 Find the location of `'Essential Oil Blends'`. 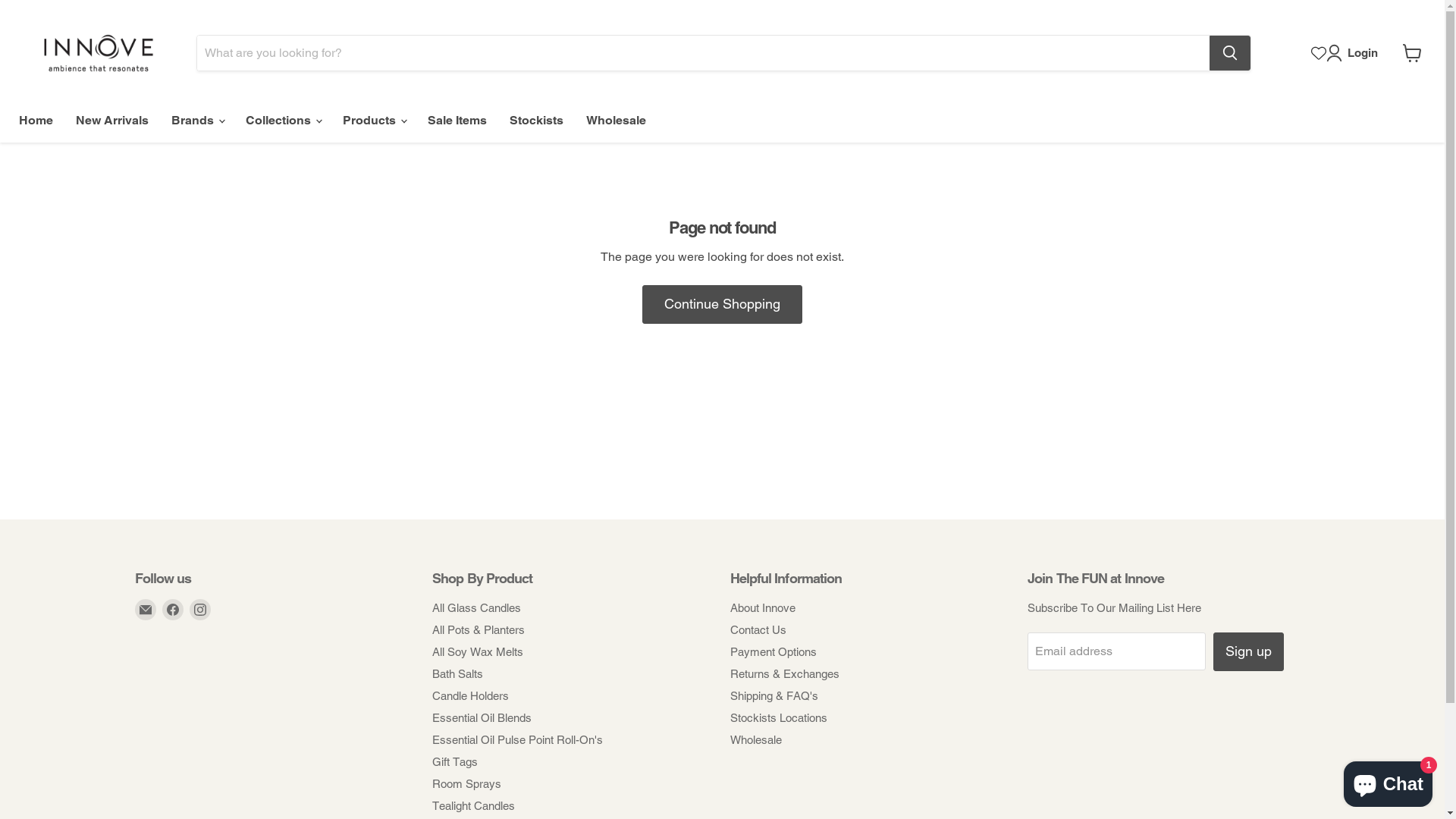

'Essential Oil Blends' is located at coordinates (431, 717).